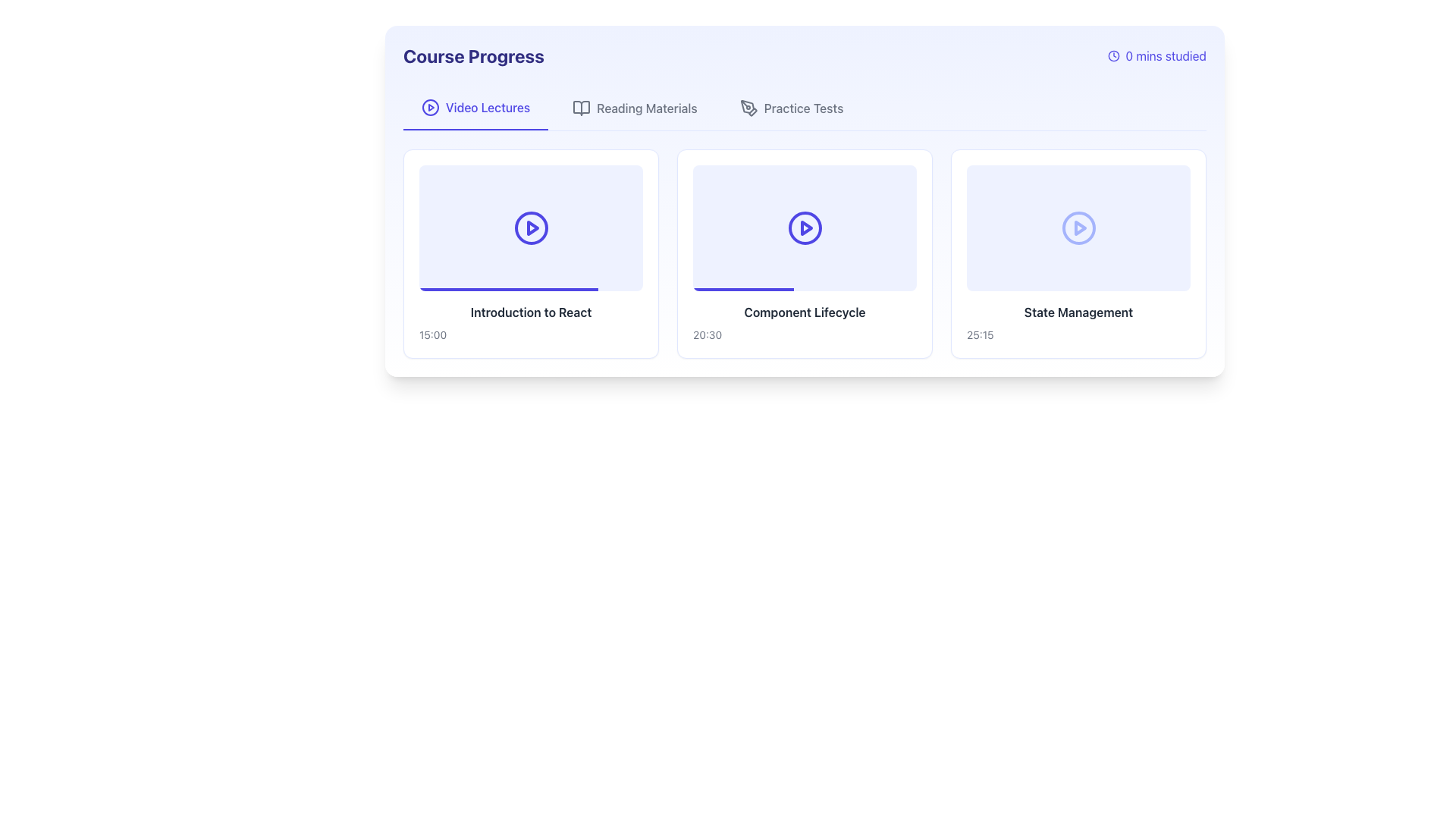 Image resolution: width=1456 pixels, height=819 pixels. What do you see at coordinates (1078, 227) in the screenshot?
I see `the play button icon in the 'State Management' video thumbnail to initiate video playback` at bounding box center [1078, 227].